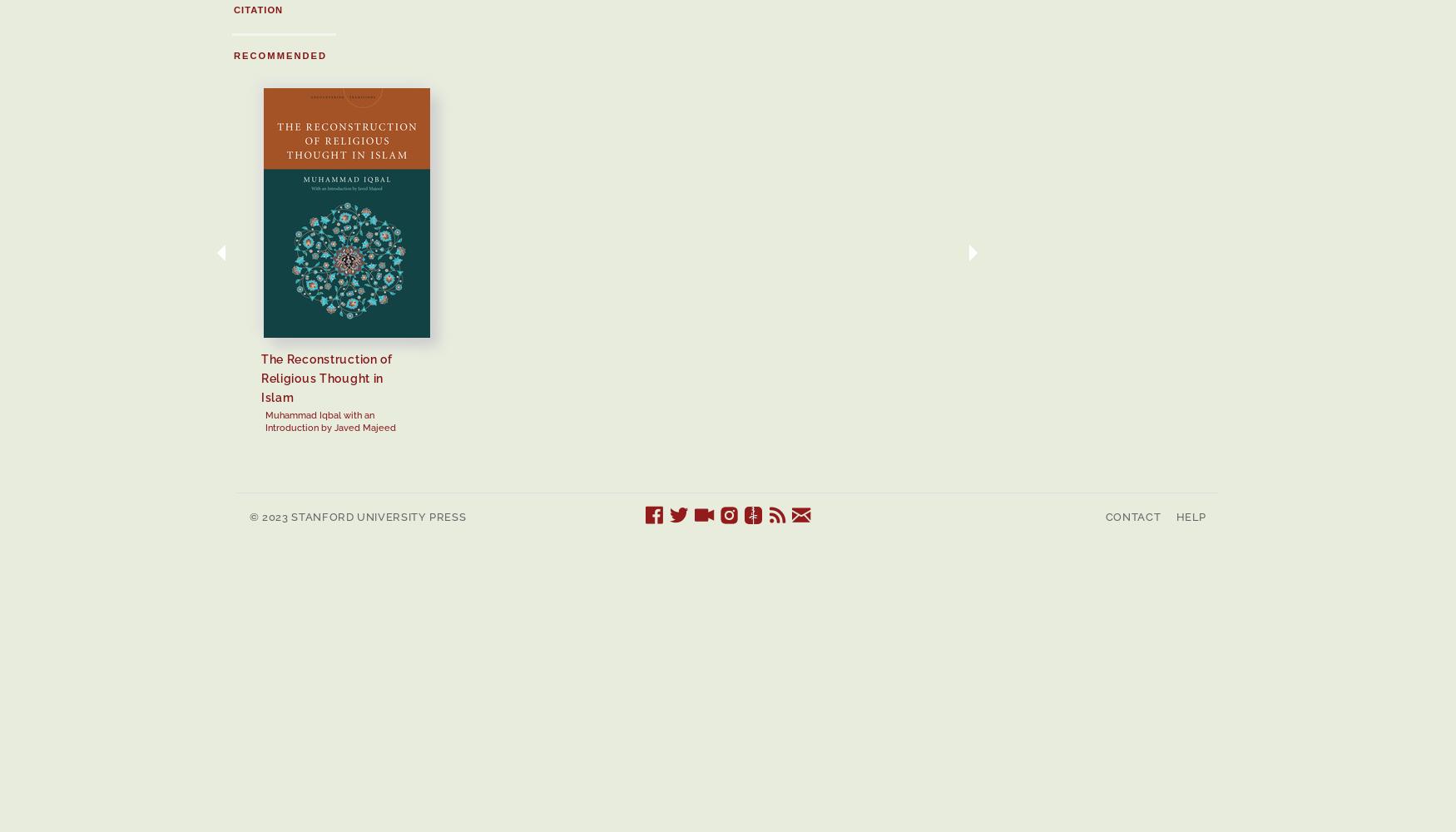 The image size is (1456, 832). What do you see at coordinates (325, 377) in the screenshot?
I see `'The Reconstruction of Religious Thought in Islam'` at bounding box center [325, 377].